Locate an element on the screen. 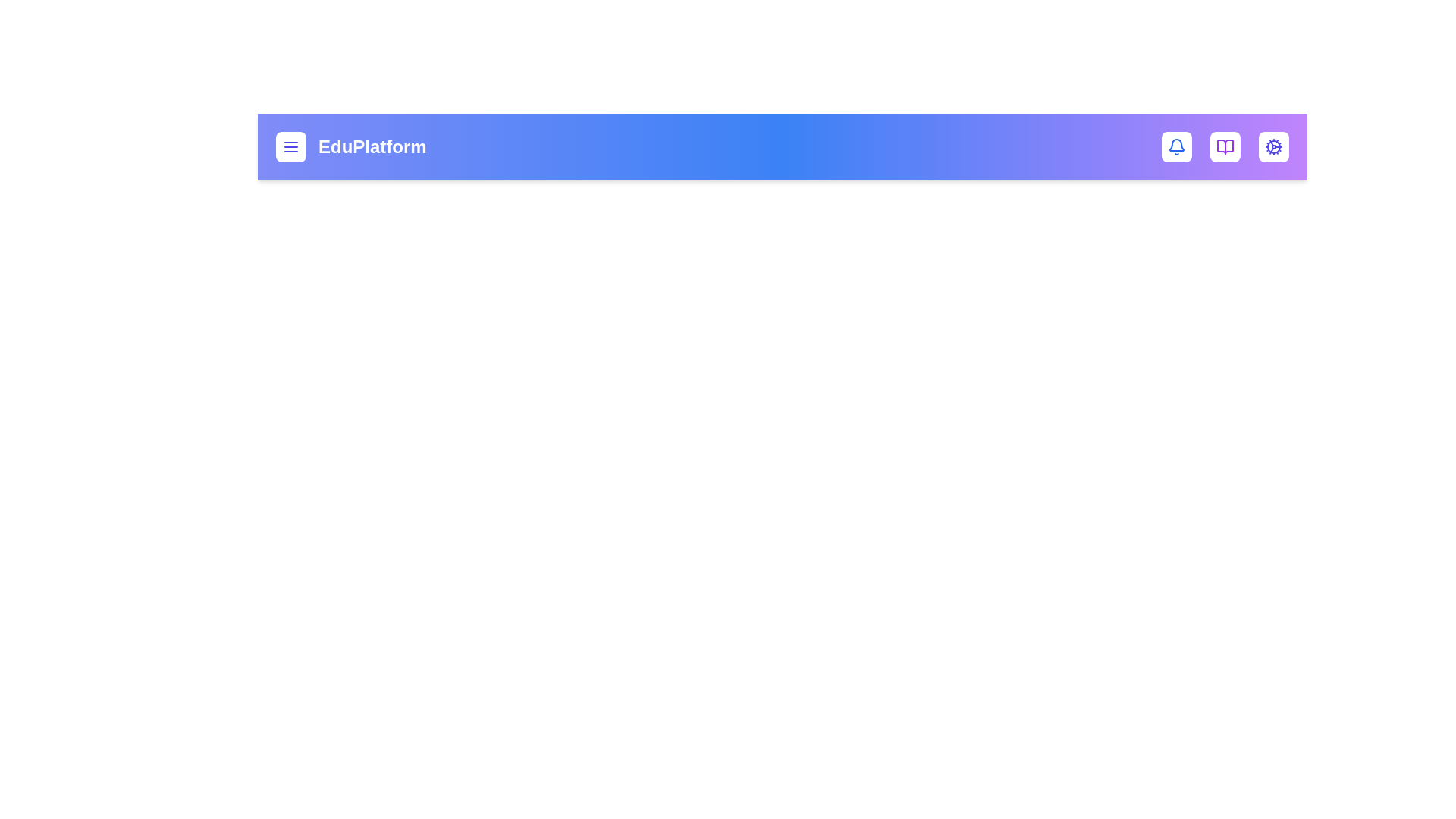 The height and width of the screenshot is (819, 1456). the cog icon to access settings is located at coordinates (1274, 146).